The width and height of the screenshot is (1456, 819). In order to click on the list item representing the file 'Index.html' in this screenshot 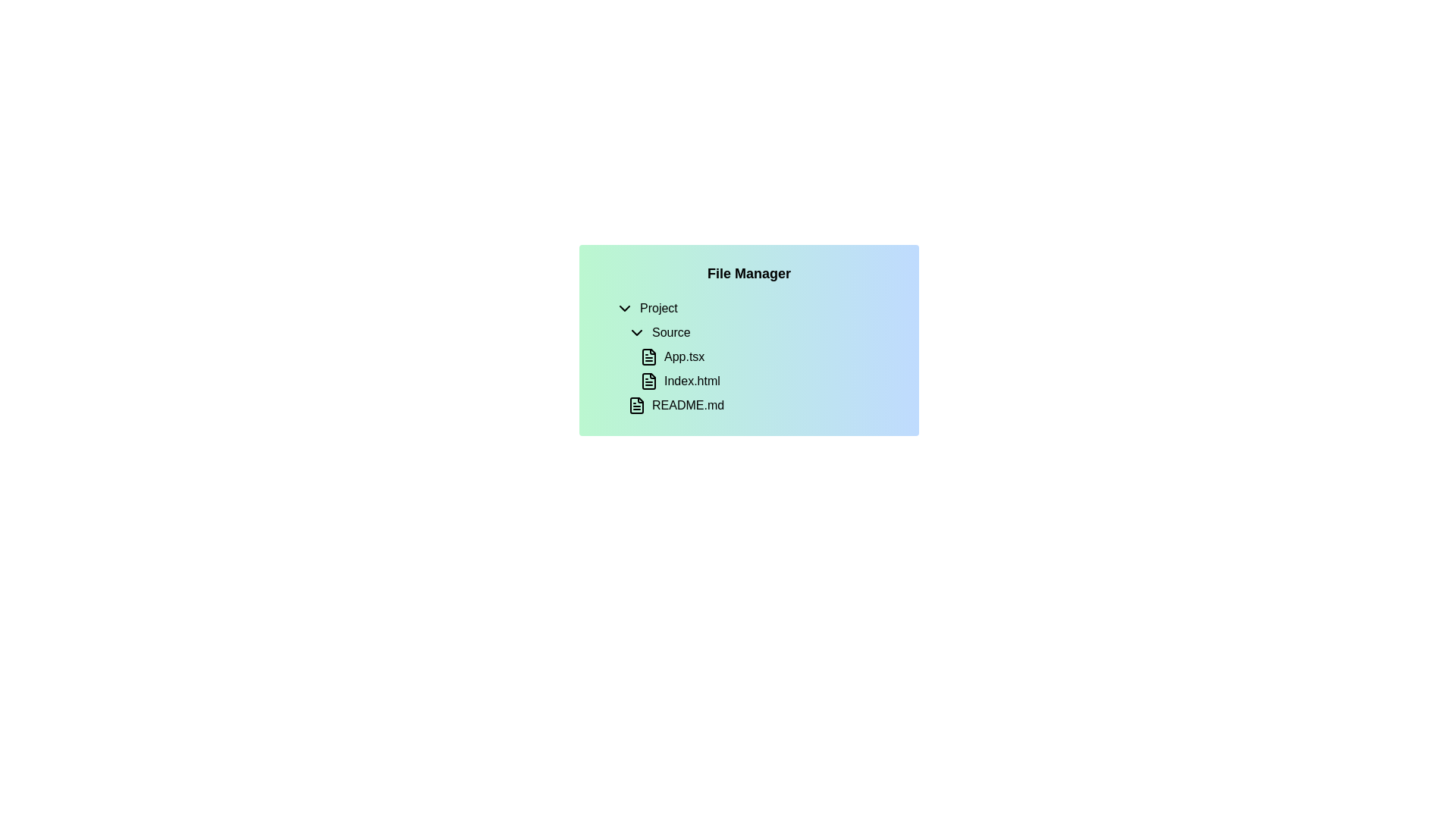, I will do `click(761, 380)`.